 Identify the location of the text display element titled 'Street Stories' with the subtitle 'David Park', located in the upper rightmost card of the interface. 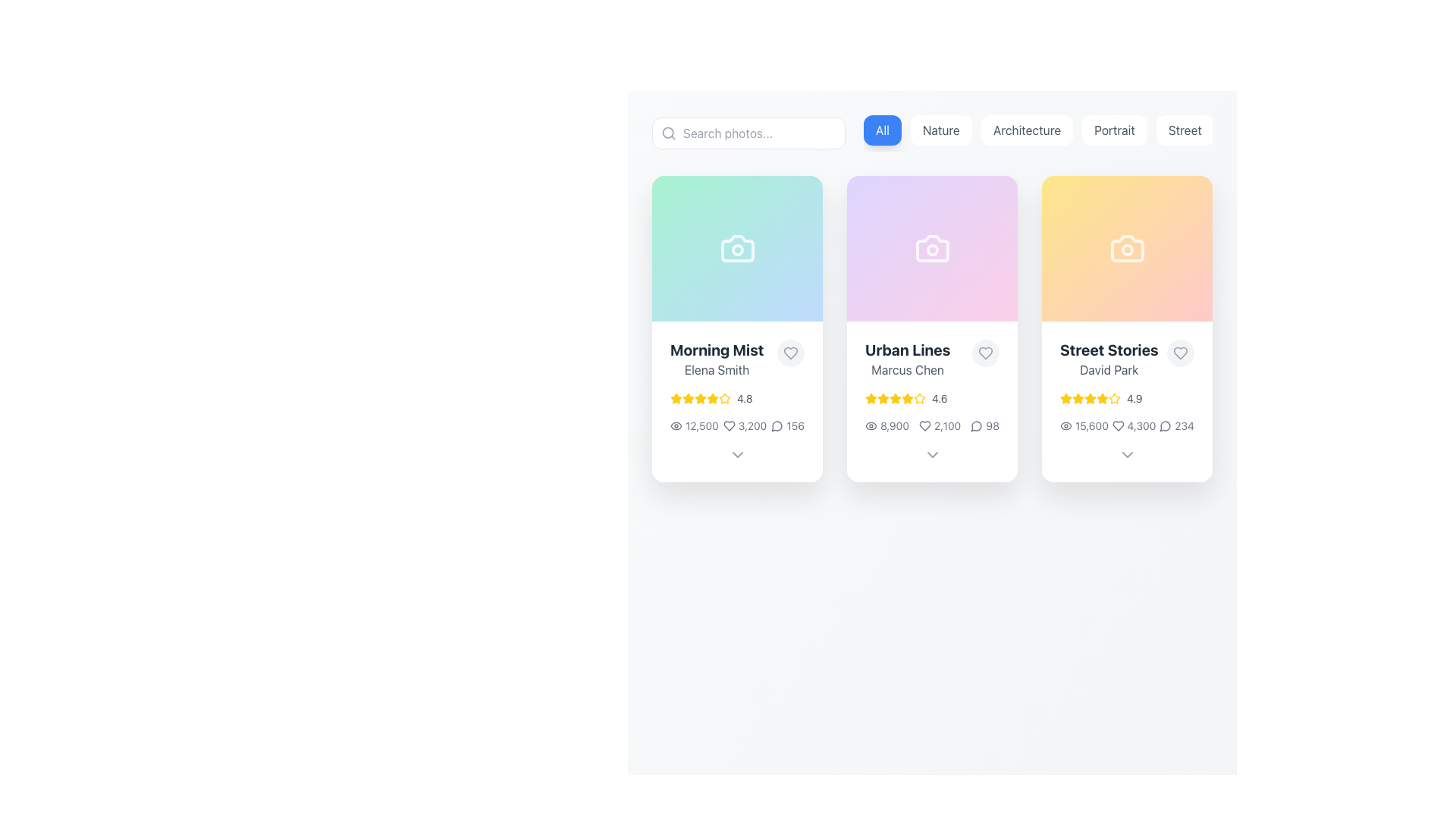
(1127, 359).